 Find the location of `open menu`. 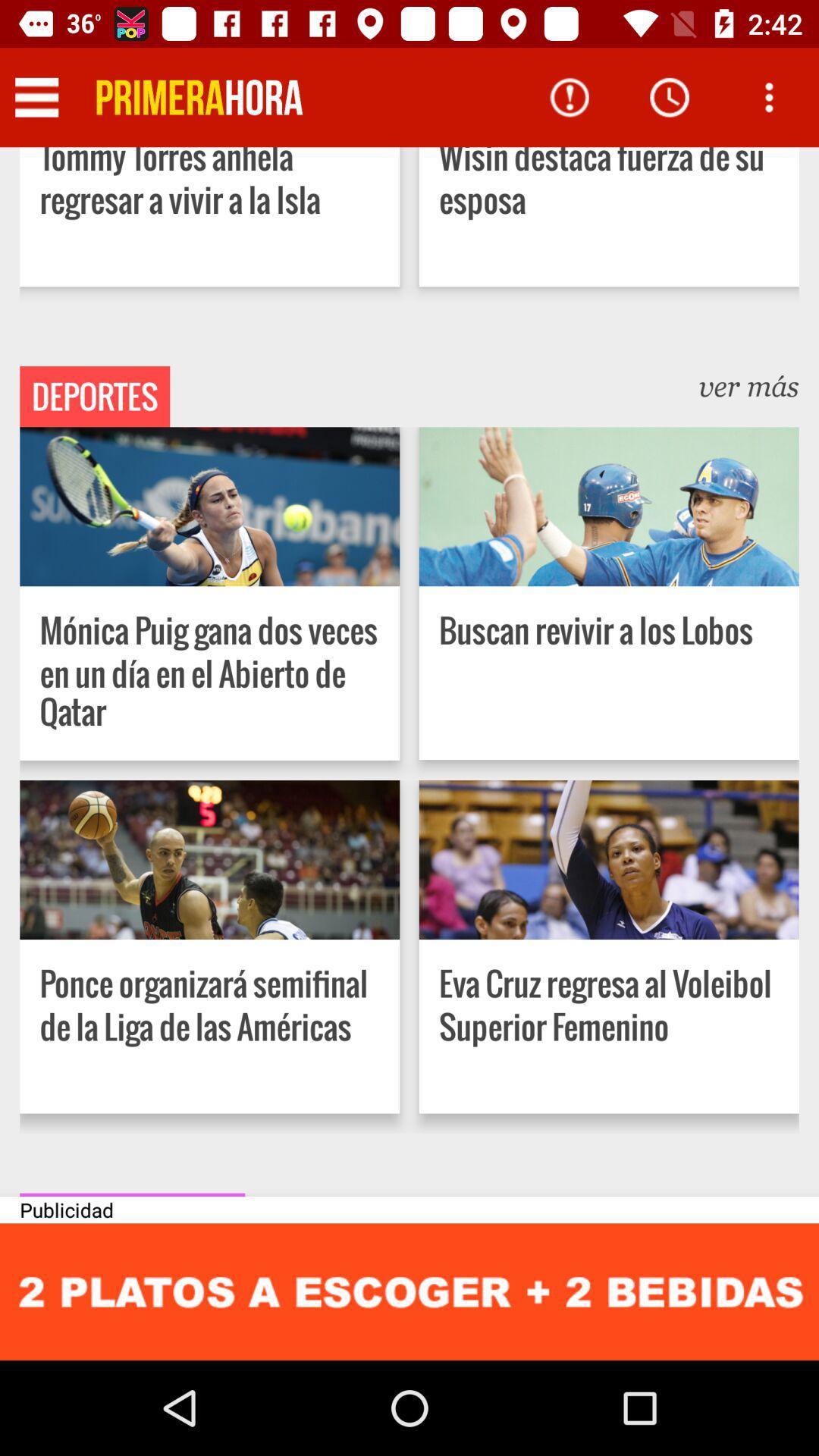

open menu is located at coordinates (769, 96).